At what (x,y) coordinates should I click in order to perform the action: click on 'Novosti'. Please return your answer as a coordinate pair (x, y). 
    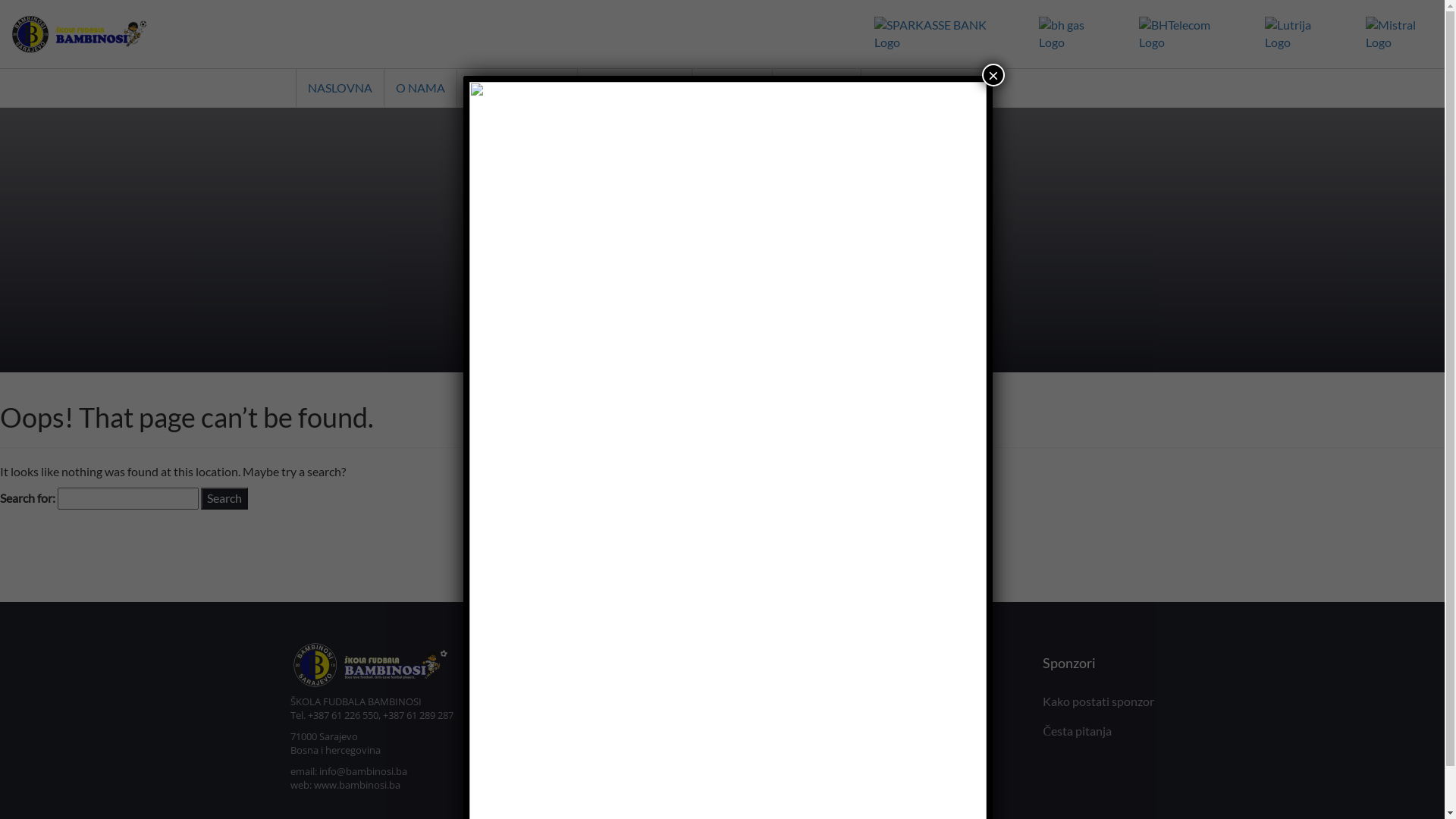
    Looking at the image, I should click on (635, 789).